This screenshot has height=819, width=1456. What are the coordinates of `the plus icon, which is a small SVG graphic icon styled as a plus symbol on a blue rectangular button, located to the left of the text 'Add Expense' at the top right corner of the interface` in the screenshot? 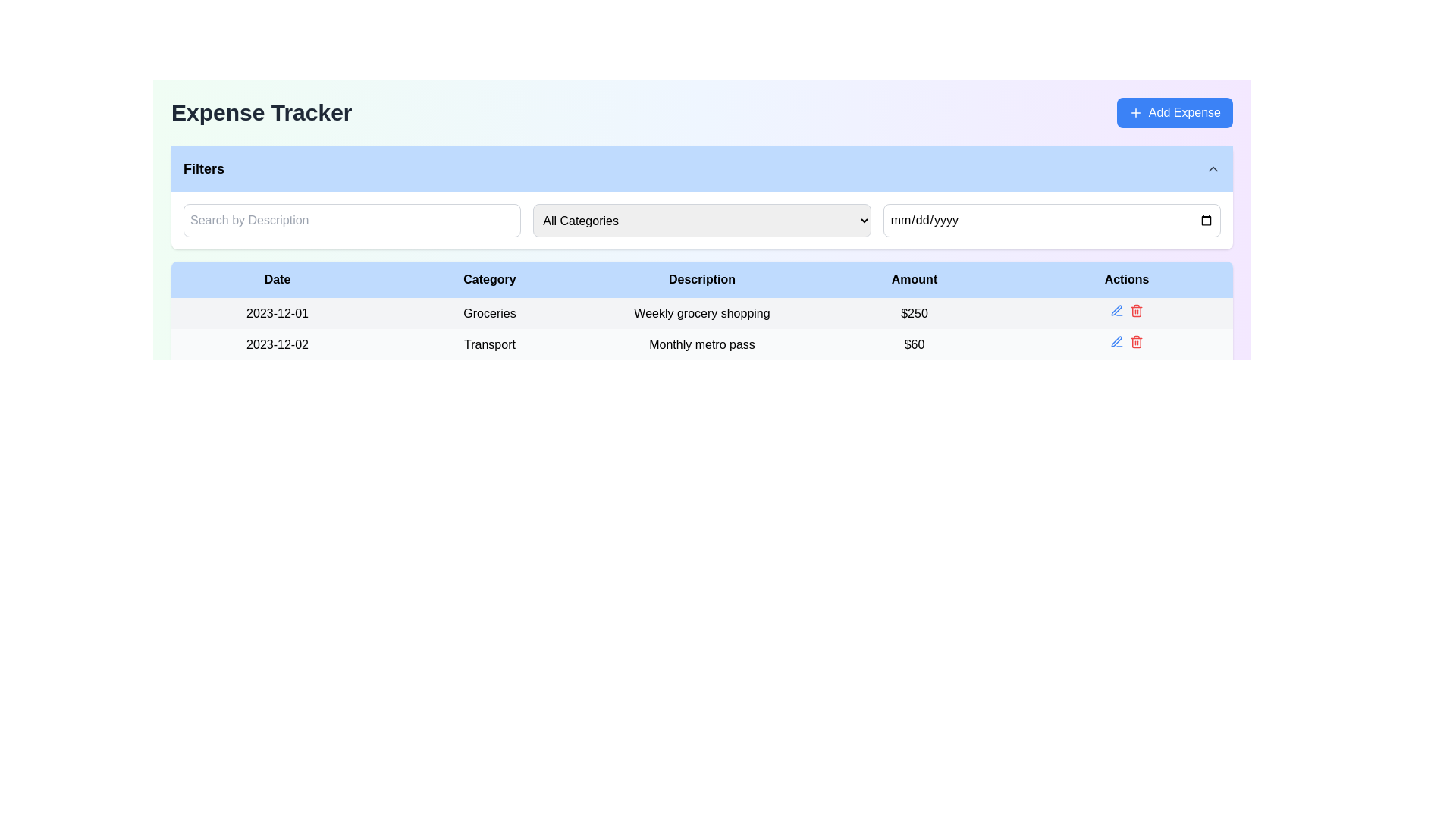 It's located at (1135, 112).